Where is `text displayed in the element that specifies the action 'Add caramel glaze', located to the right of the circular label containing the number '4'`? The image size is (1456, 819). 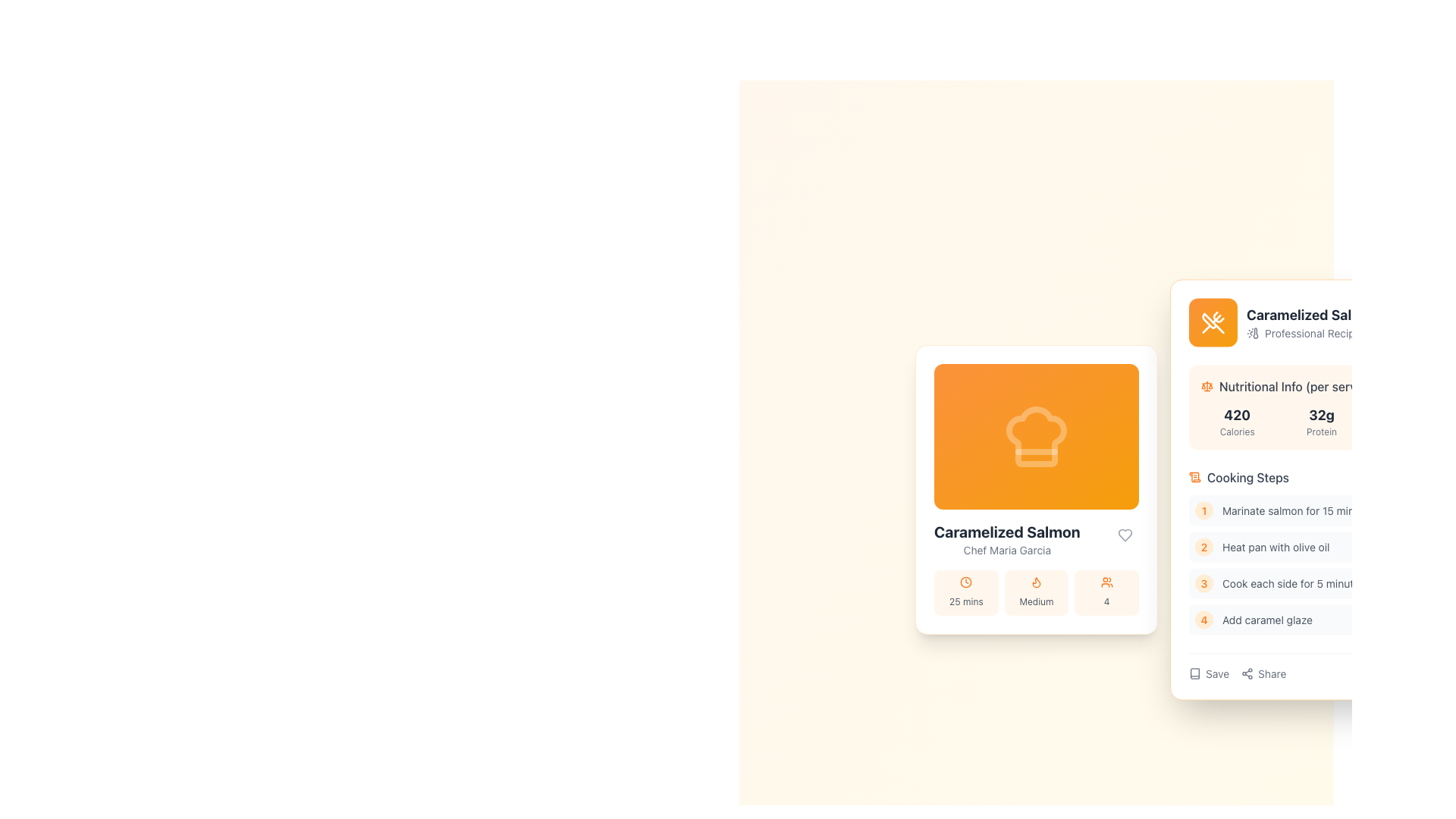 text displayed in the element that specifies the action 'Add caramel glaze', located to the right of the circular label containing the number '4' is located at coordinates (1267, 620).